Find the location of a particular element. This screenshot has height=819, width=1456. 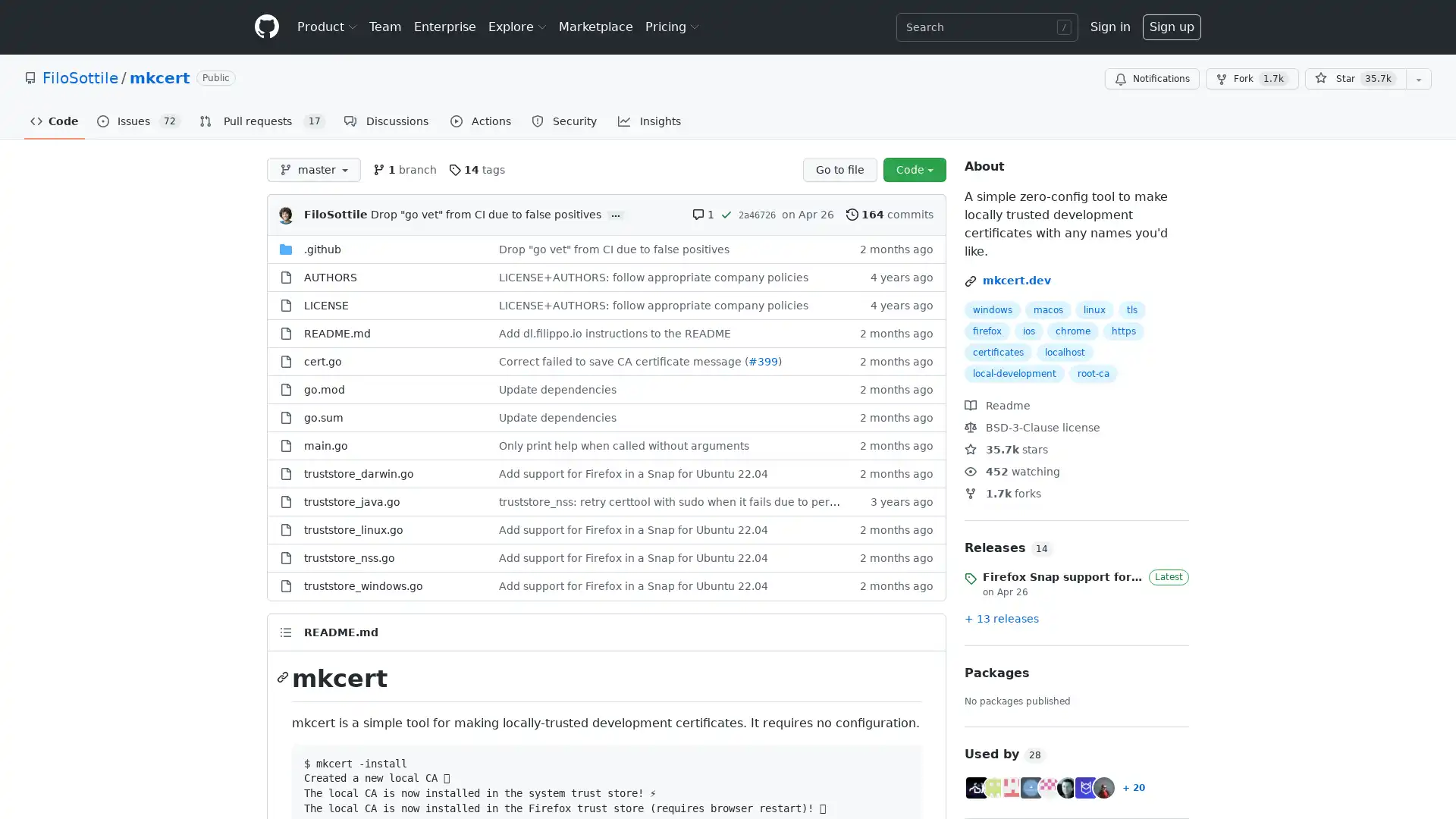

You must be signed in to add this repository to a list is located at coordinates (1418, 79).